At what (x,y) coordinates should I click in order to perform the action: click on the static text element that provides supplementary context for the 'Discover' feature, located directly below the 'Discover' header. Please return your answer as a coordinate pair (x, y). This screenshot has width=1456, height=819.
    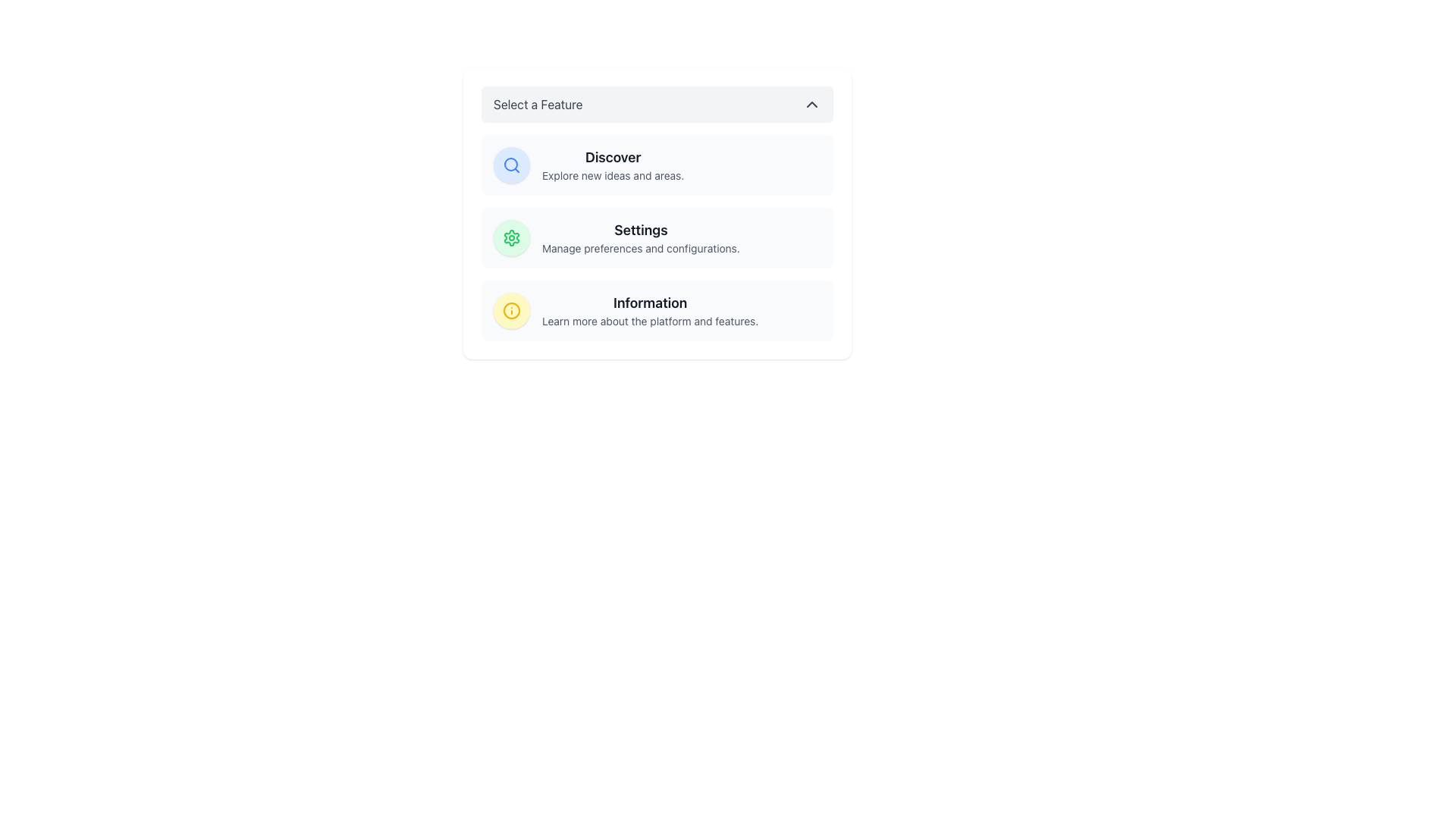
    Looking at the image, I should click on (613, 174).